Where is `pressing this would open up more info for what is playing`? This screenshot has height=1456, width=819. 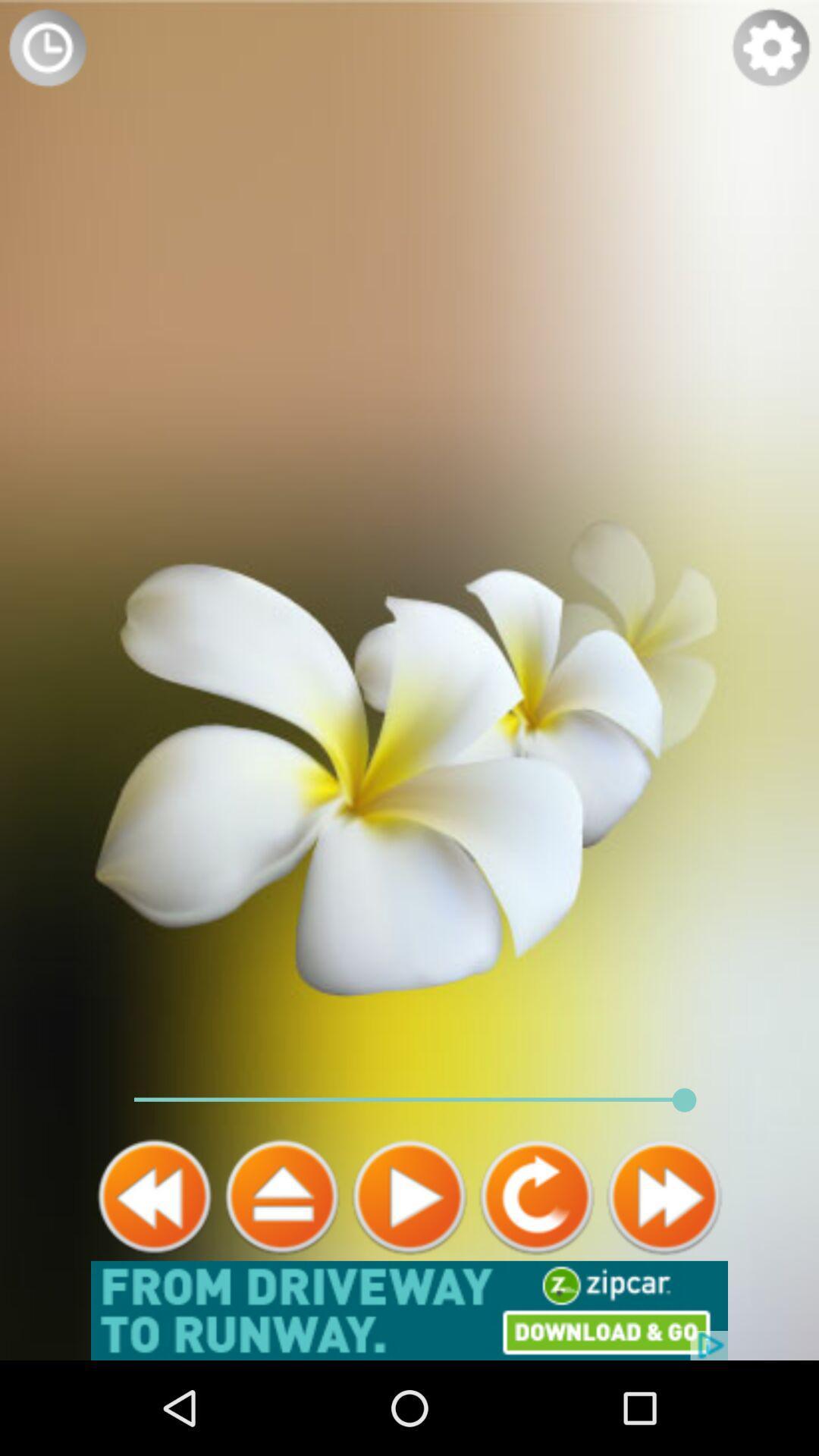 pressing this would open up more info for what is playing is located at coordinates (281, 1196).